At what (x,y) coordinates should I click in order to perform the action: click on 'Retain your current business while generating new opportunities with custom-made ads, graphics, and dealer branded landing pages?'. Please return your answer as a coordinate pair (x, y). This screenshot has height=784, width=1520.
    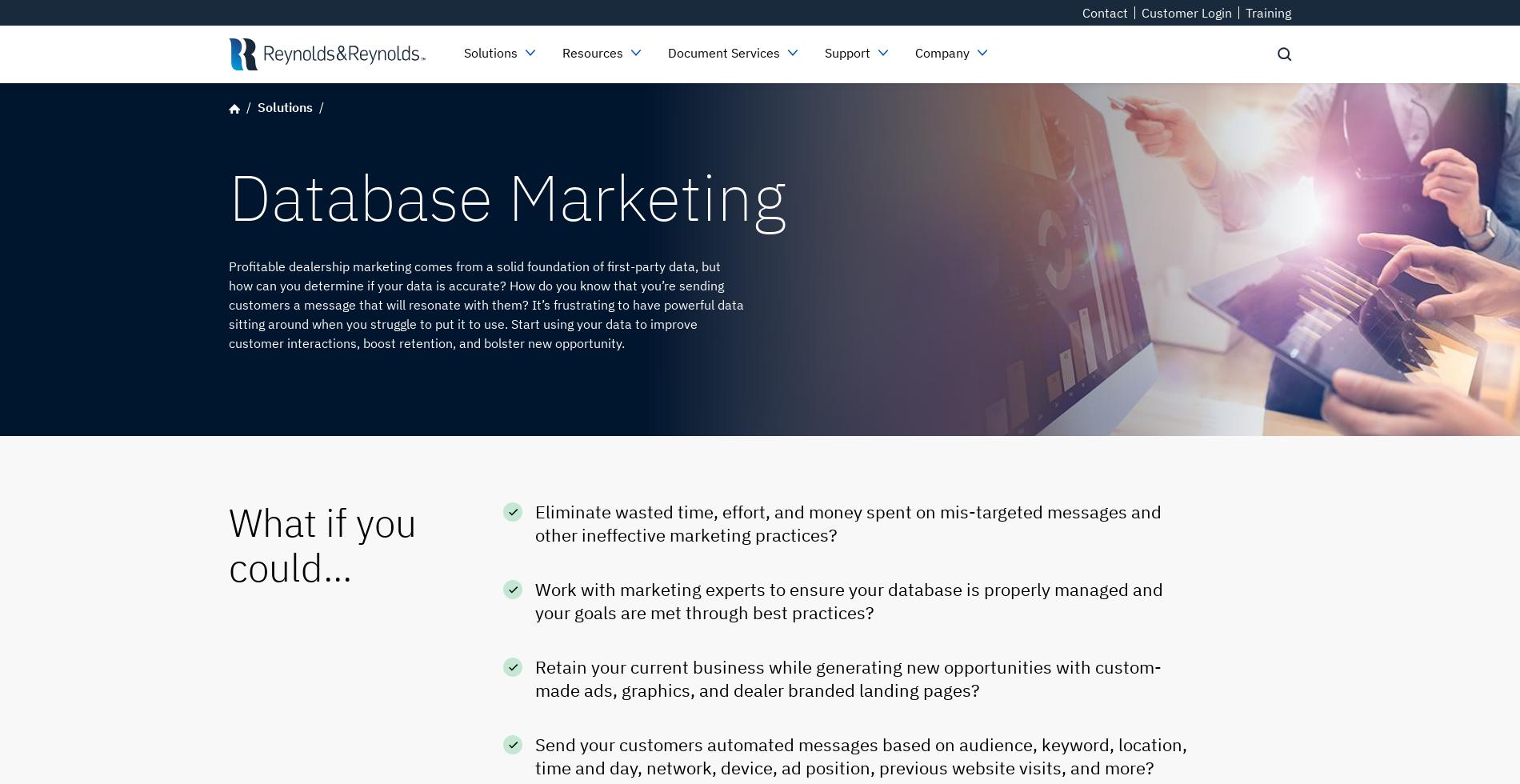
    Looking at the image, I should click on (848, 678).